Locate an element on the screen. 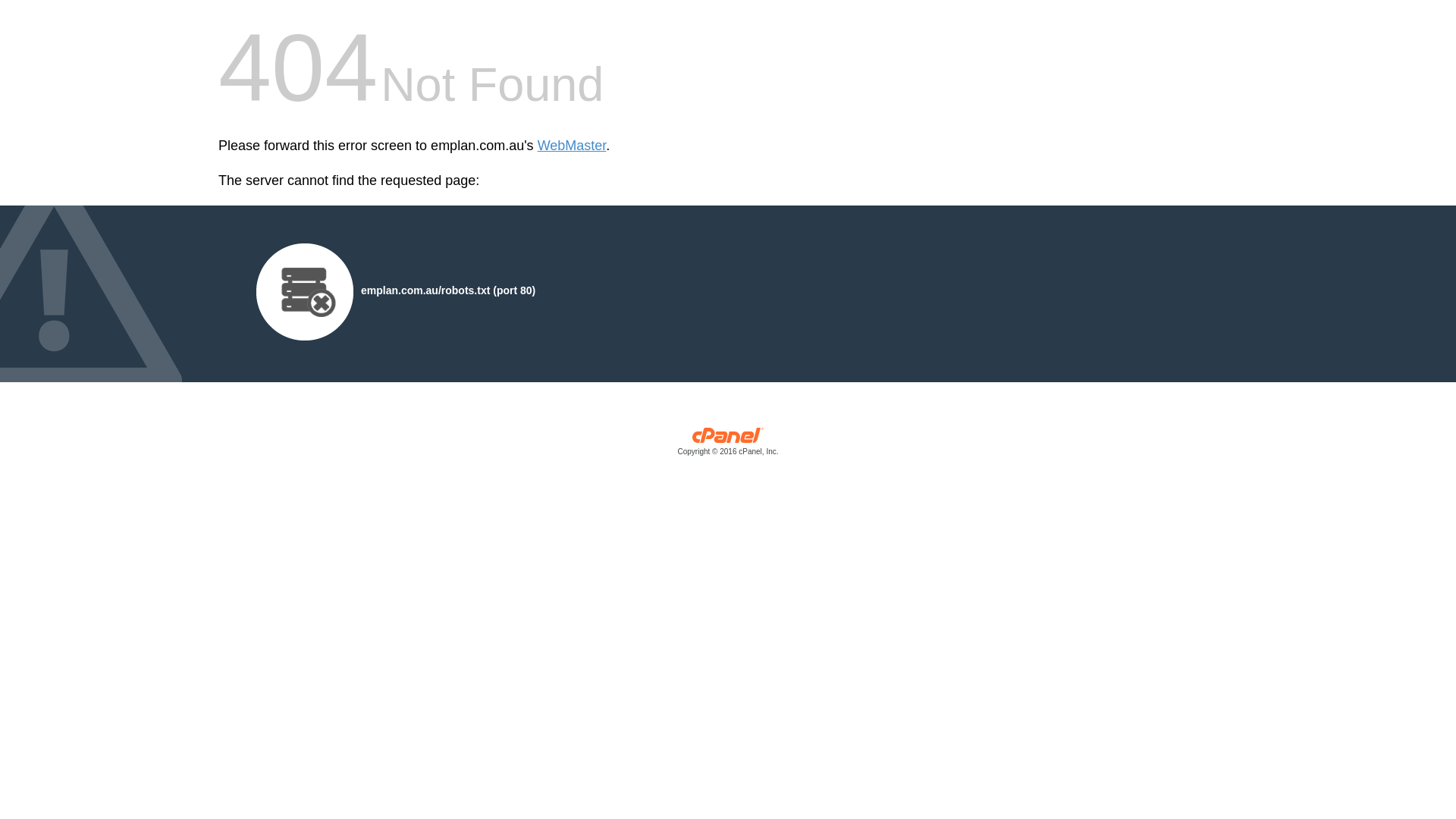 Image resolution: width=1456 pixels, height=819 pixels. 'WebMaster' is located at coordinates (571, 146).